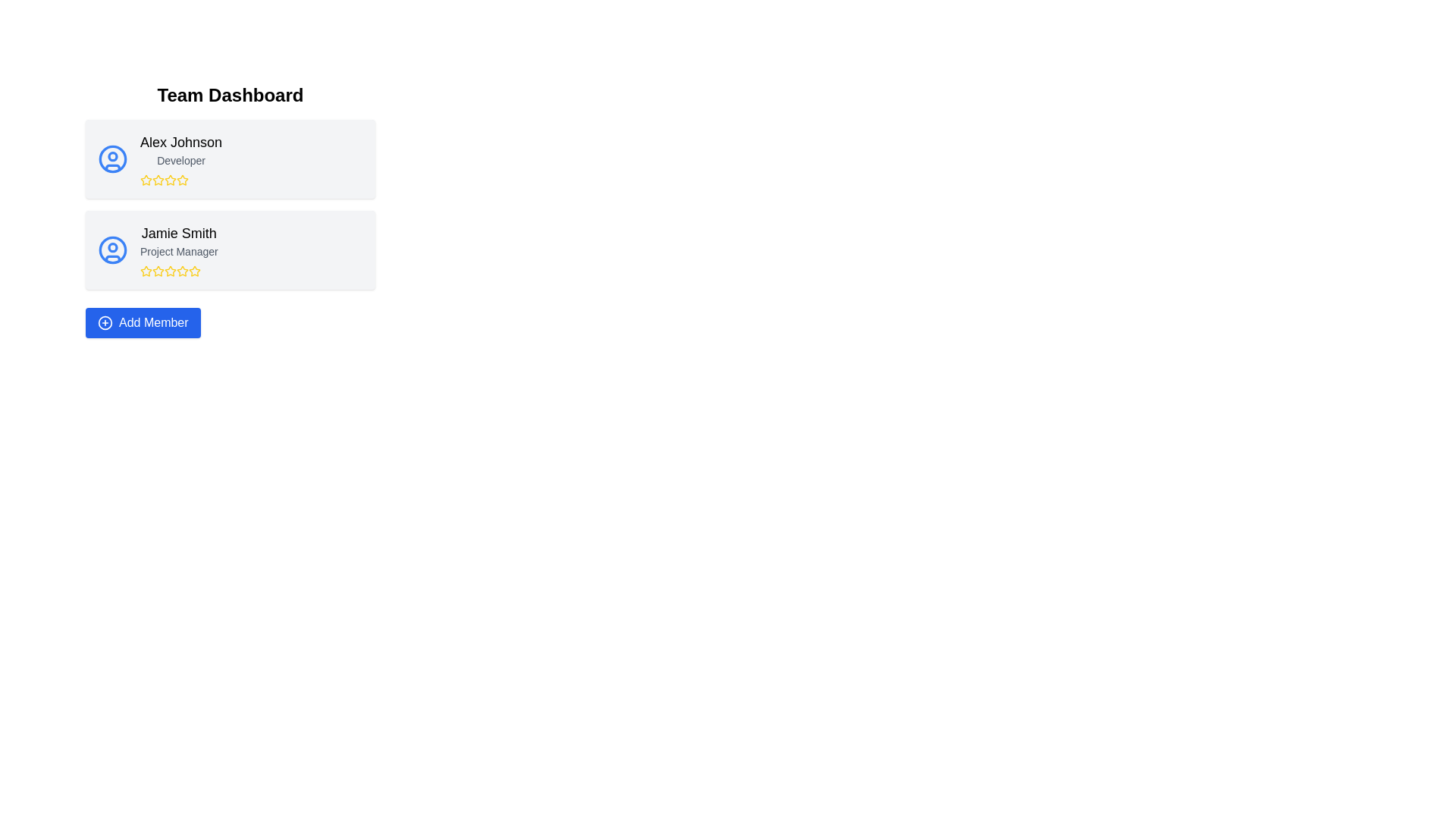 This screenshot has height=819, width=1456. What do you see at coordinates (158, 271) in the screenshot?
I see `the third yellow star icon in the rating system located below the 'Jamie Smith' text block in the second entry of the list` at bounding box center [158, 271].